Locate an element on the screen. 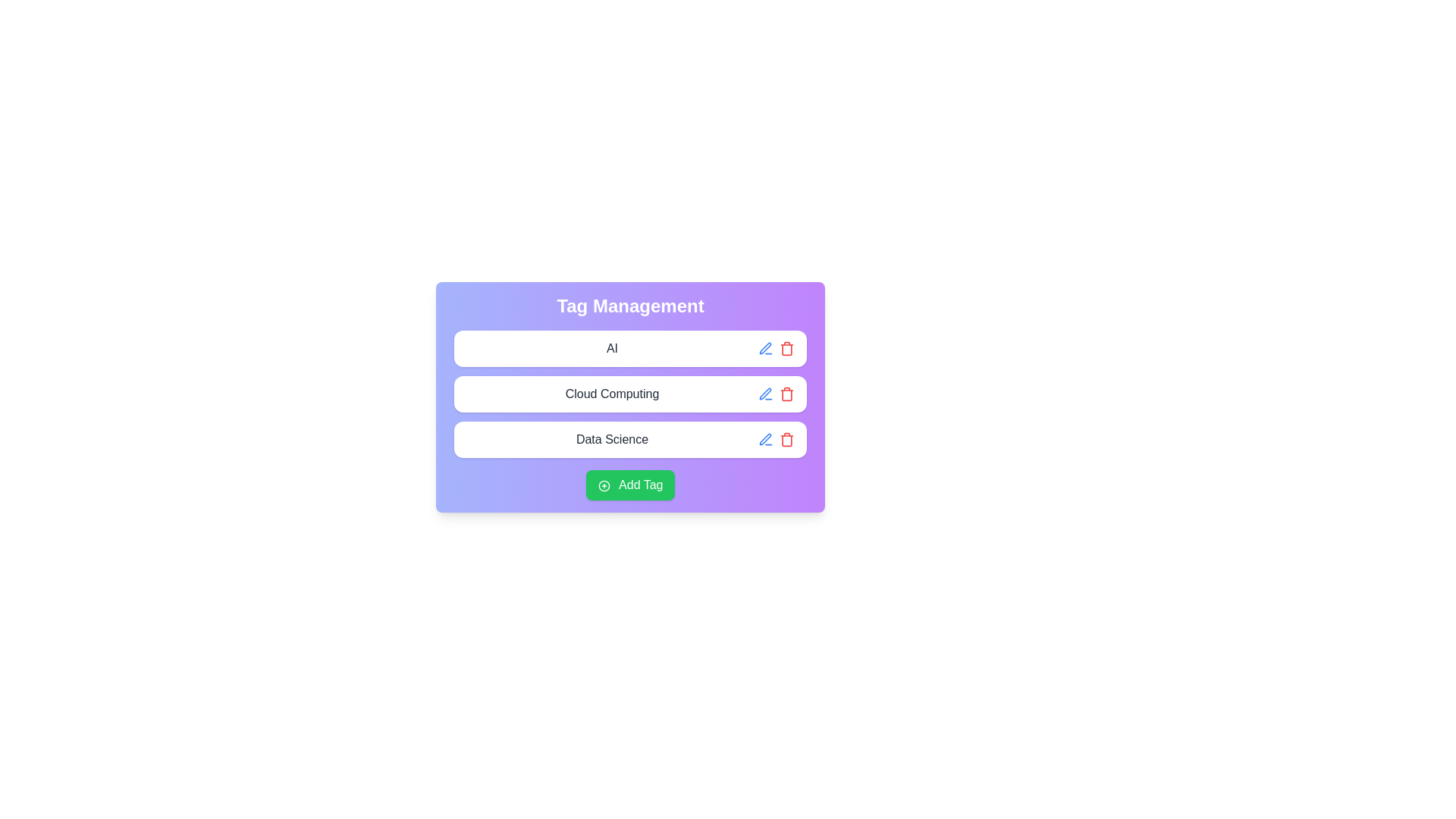  the delete icon button located on the right side of the 'Cloud Computing' entry in the vertical list is located at coordinates (786, 394).